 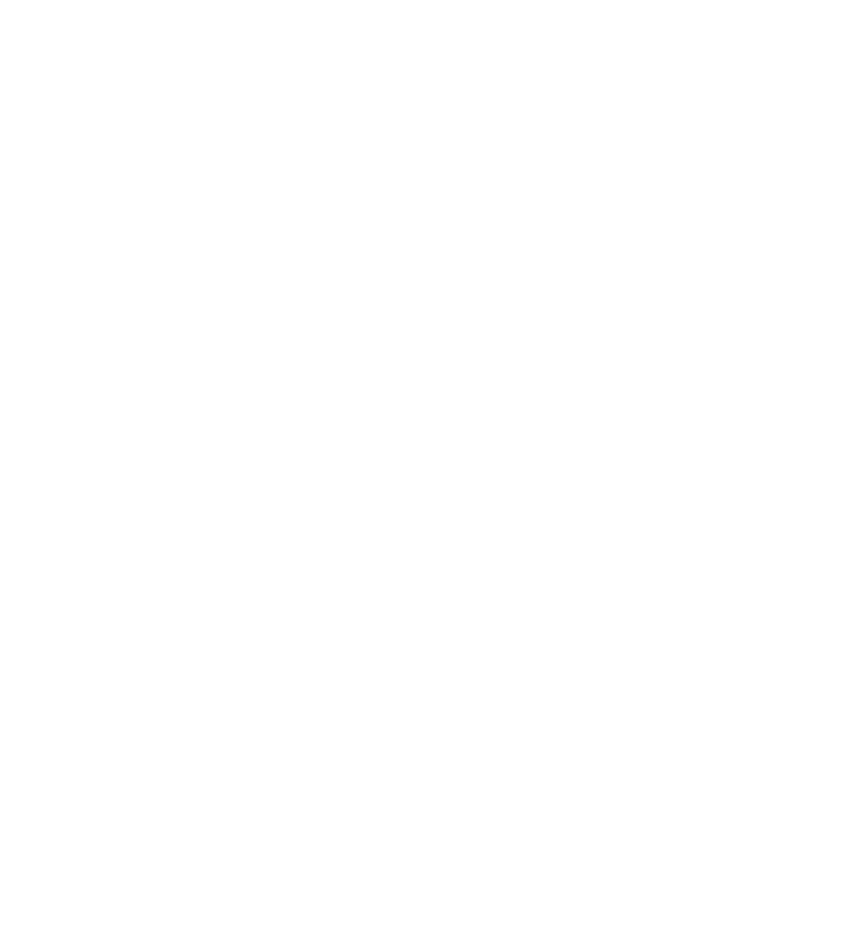 I want to click on 'Discover More From Informa Tech', so click(x=424, y=266).